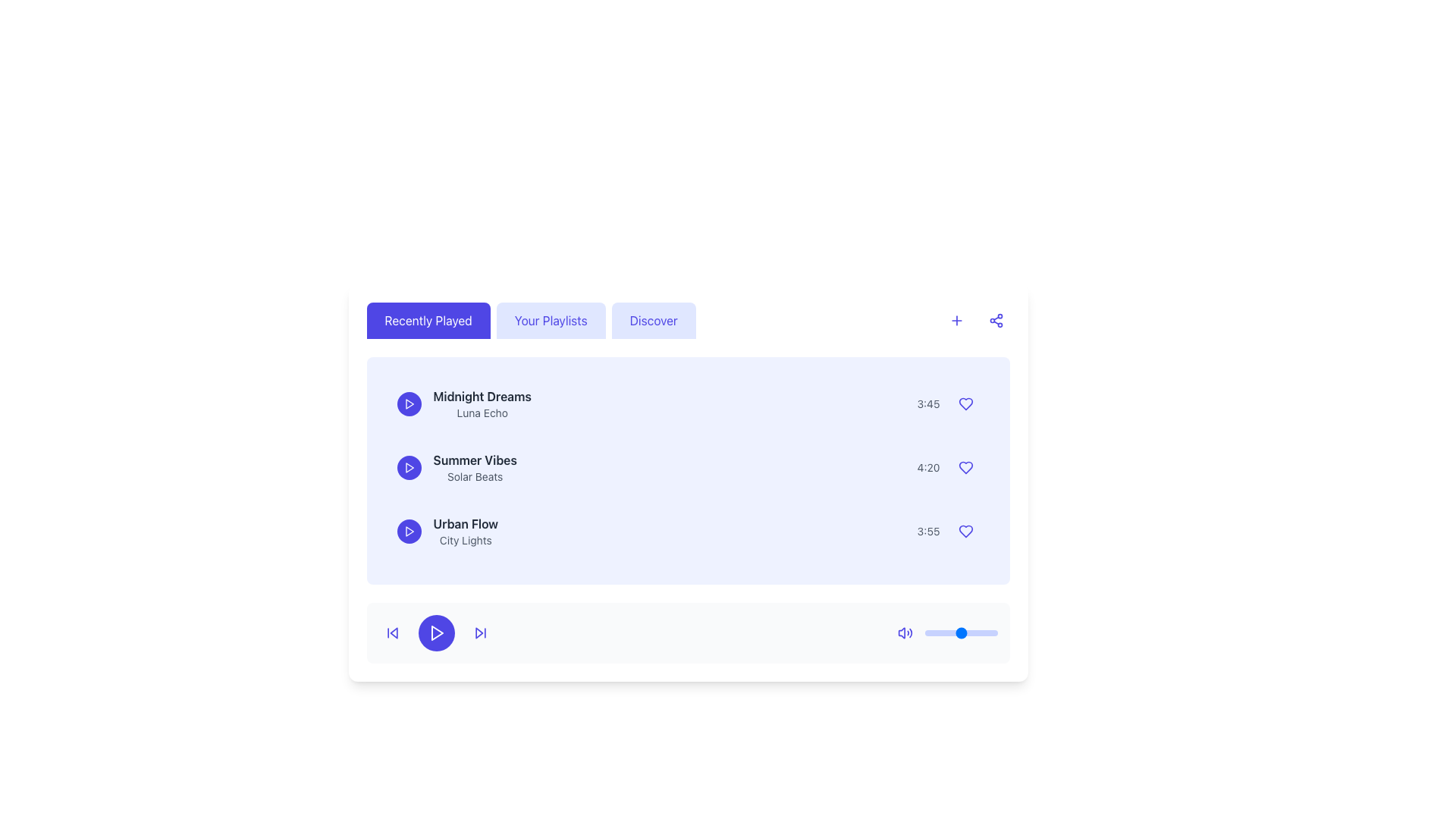  What do you see at coordinates (482, 396) in the screenshot?
I see `the text label displaying 'Midnight Dreams', which is in bold dark gray font, located above 'Luna Echo' in the recently played section` at bounding box center [482, 396].